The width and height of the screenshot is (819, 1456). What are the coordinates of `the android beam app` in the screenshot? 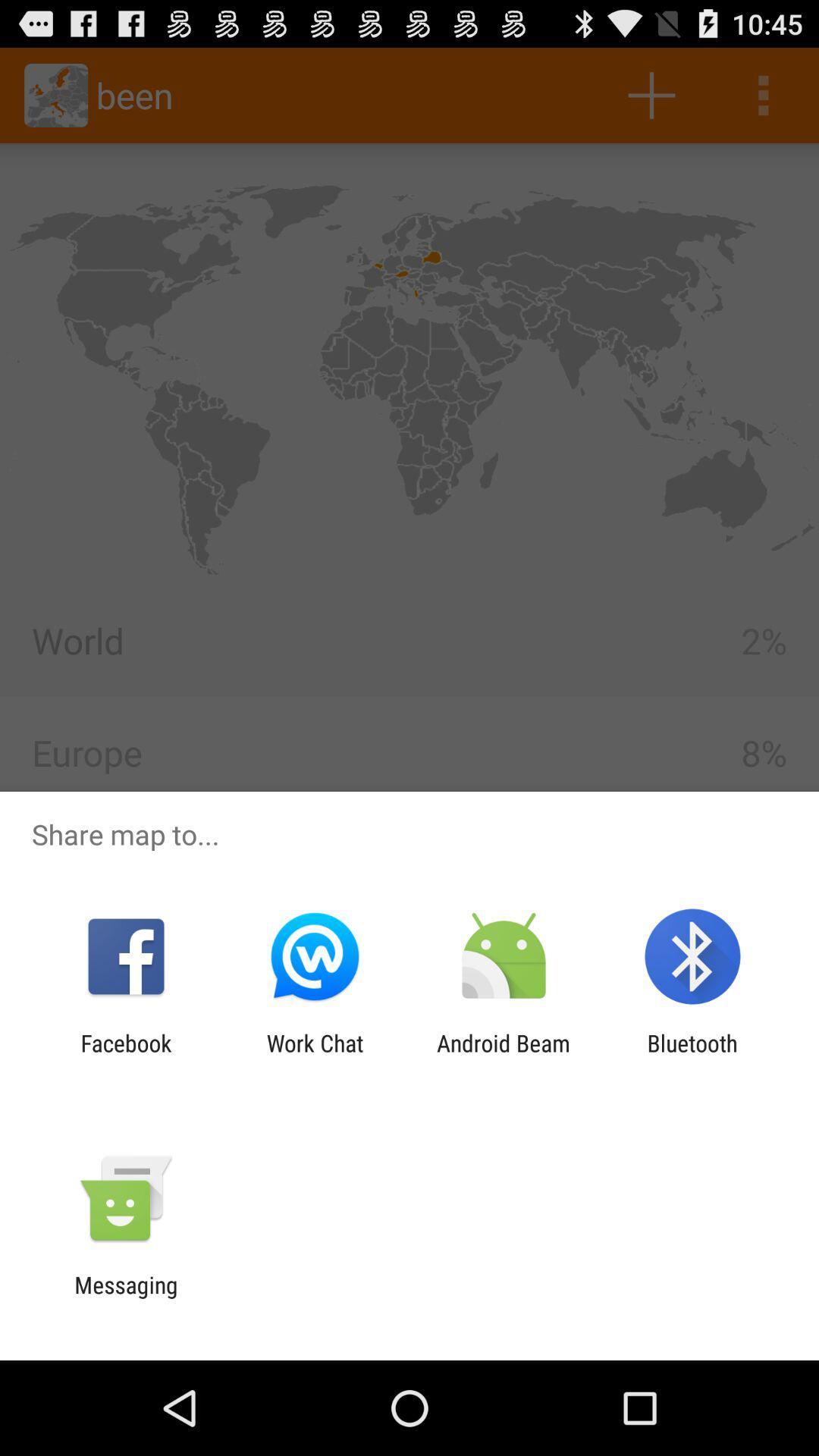 It's located at (504, 1056).